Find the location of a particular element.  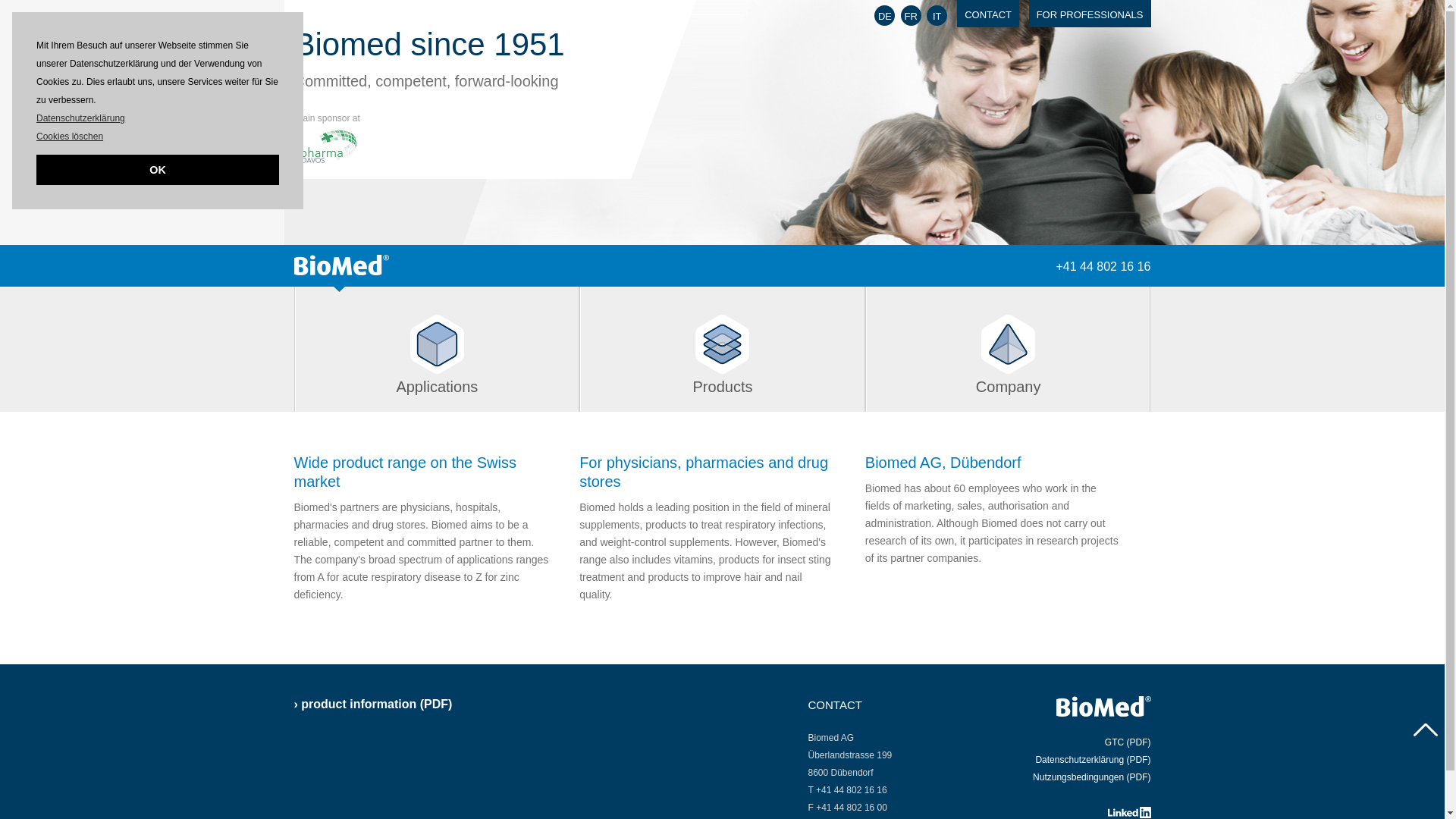

'Applications' is located at coordinates (436, 349).